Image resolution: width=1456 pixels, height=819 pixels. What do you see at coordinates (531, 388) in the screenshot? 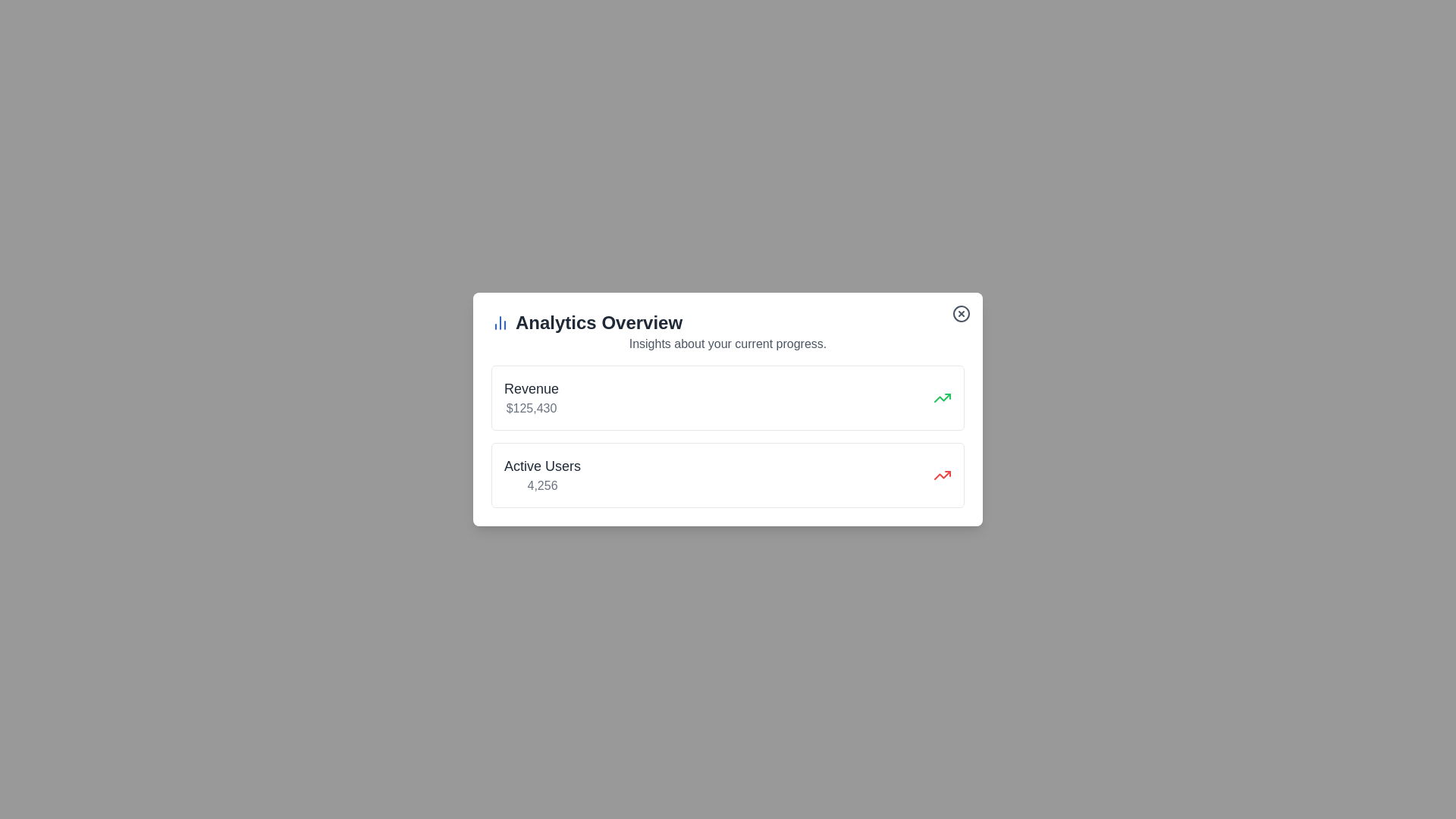
I see `the 'Revenue' text label, which is bold and positioned above the '$125,430' text in the 'Analytics Overview' dashboard` at bounding box center [531, 388].